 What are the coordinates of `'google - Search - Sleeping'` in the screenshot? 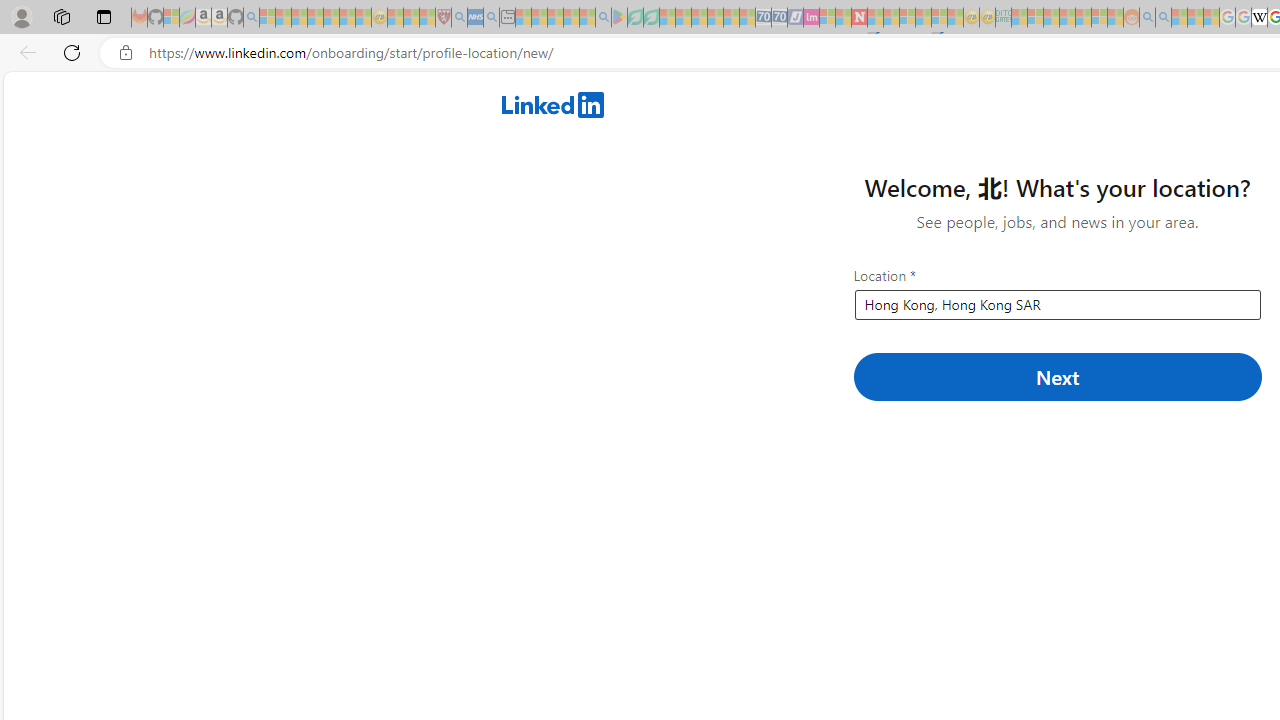 It's located at (602, 17).